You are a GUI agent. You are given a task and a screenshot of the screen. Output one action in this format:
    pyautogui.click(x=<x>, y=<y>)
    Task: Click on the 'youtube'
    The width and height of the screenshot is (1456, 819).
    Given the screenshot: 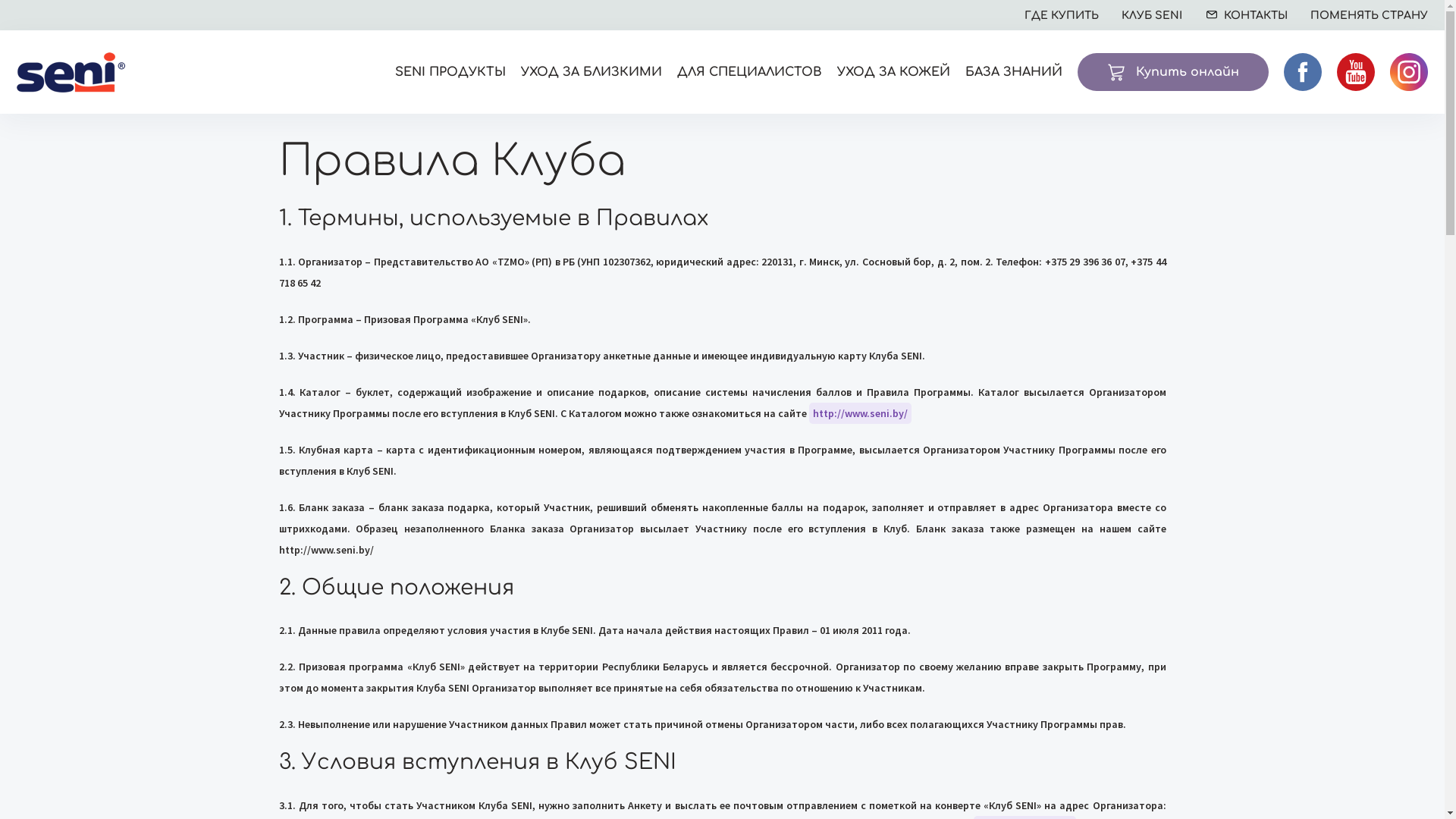 What is the action you would take?
    pyautogui.click(x=1336, y=72)
    